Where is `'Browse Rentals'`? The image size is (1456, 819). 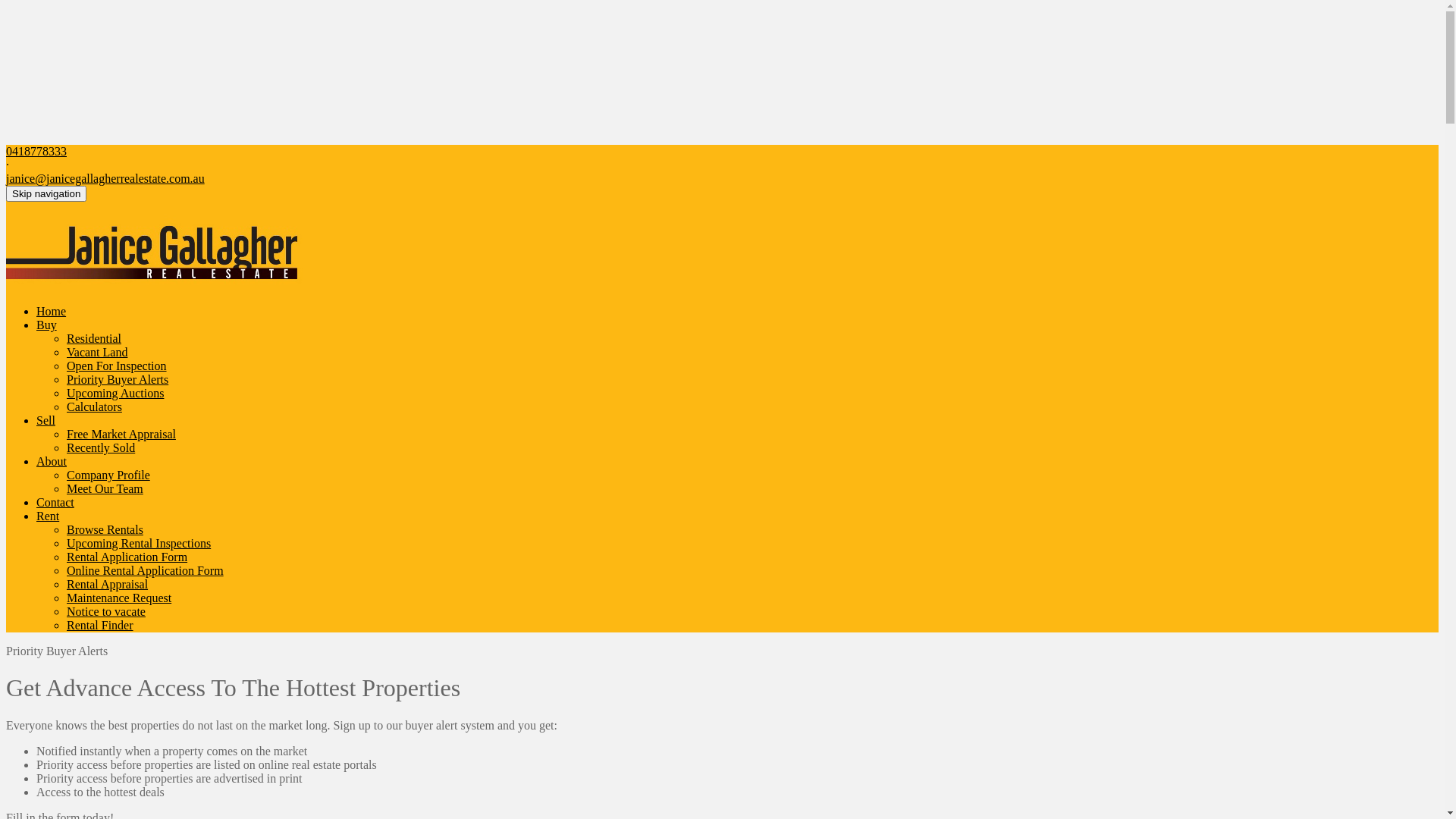 'Browse Rentals' is located at coordinates (65, 529).